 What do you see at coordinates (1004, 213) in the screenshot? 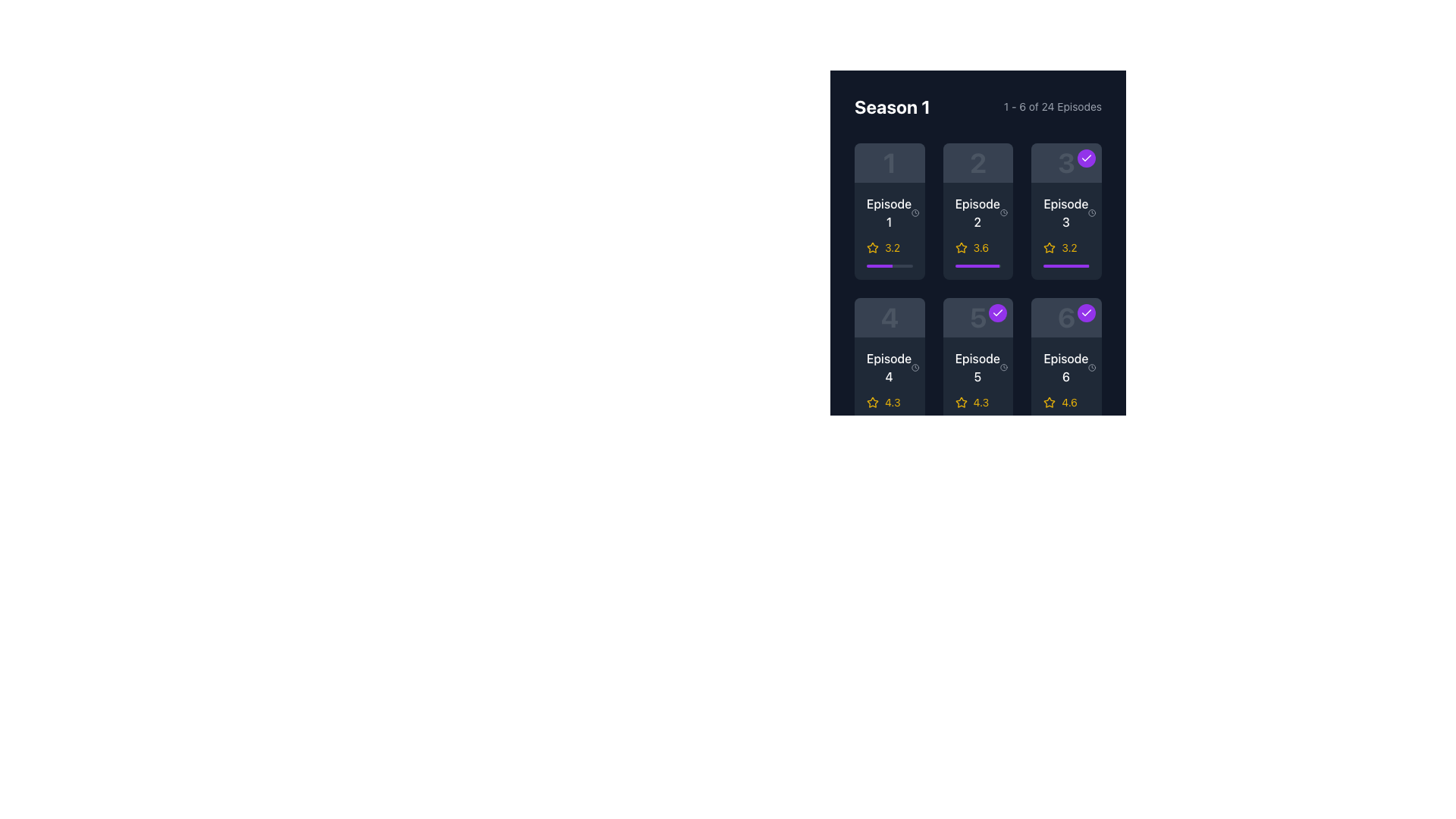
I see `the clock icon located to the left of the text '42 min' in the second position of the grid layout for Episode 2` at bounding box center [1004, 213].